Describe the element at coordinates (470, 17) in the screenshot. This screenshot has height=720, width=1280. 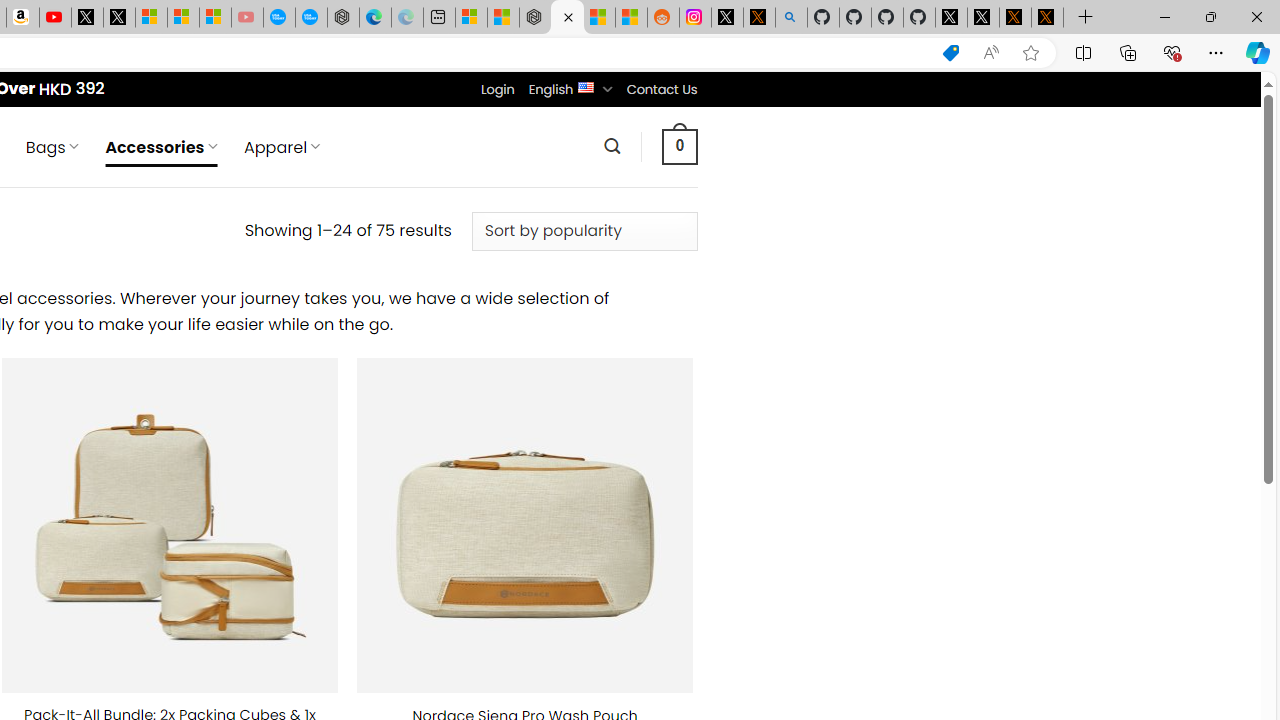
I see `'Microsoft account | Microsoft Account Privacy Settings'` at that location.